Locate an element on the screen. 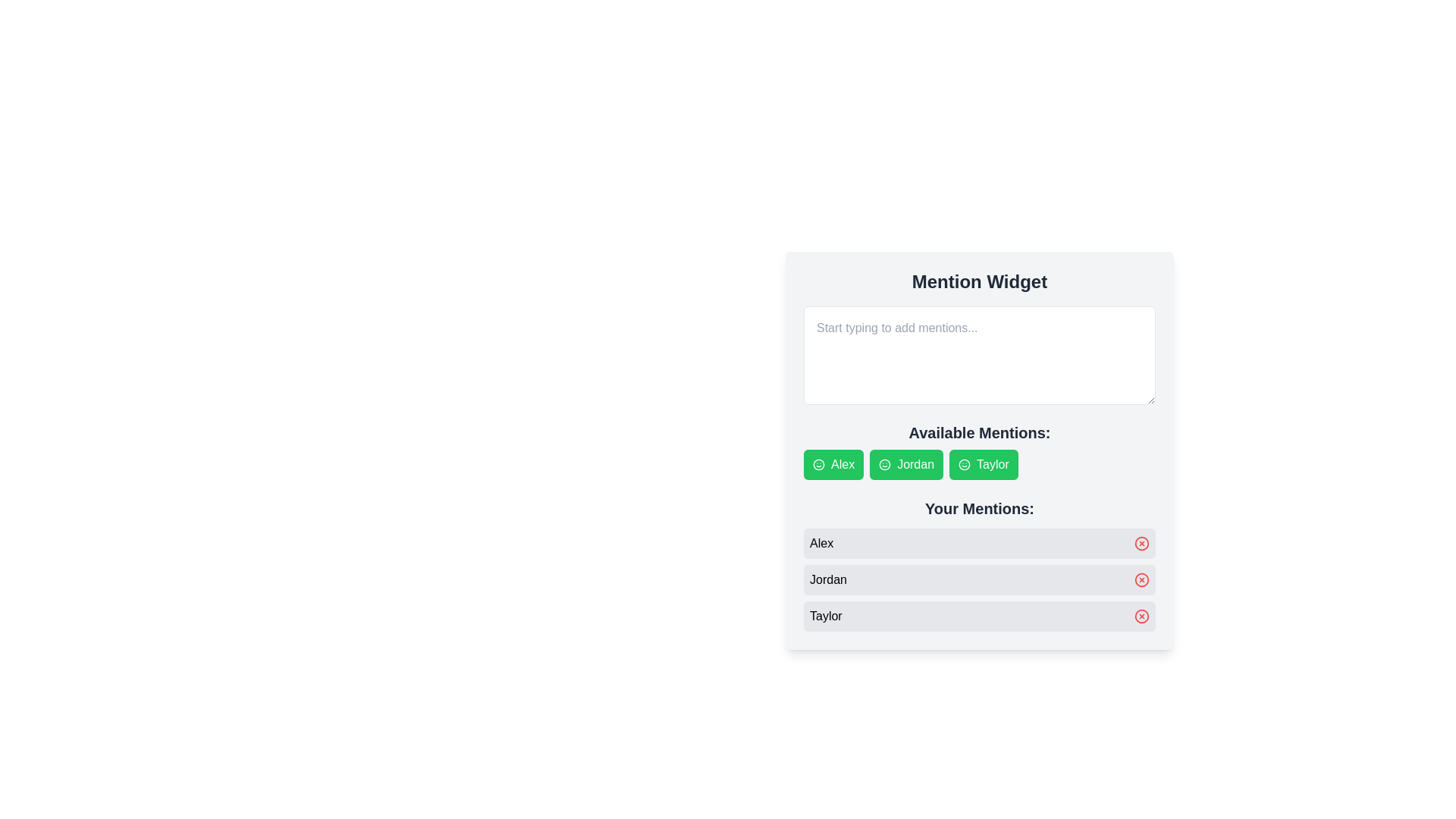  the removal button for the 'Jordan' mention in the 'Your Mentions' section is located at coordinates (1142, 579).